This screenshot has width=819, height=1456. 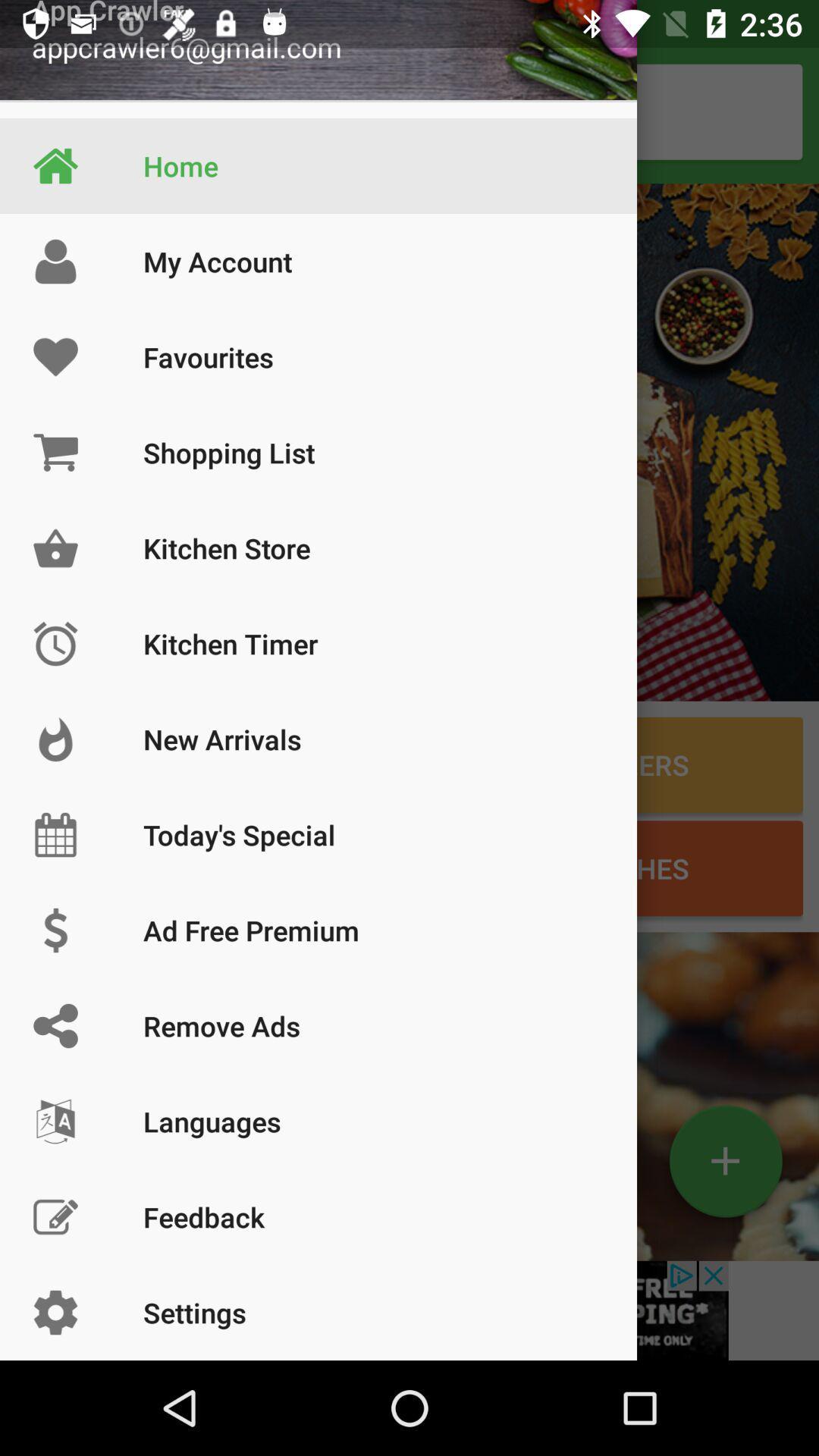 What do you see at coordinates (724, 1166) in the screenshot?
I see `the add icon` at bounding box center [724, 1166].